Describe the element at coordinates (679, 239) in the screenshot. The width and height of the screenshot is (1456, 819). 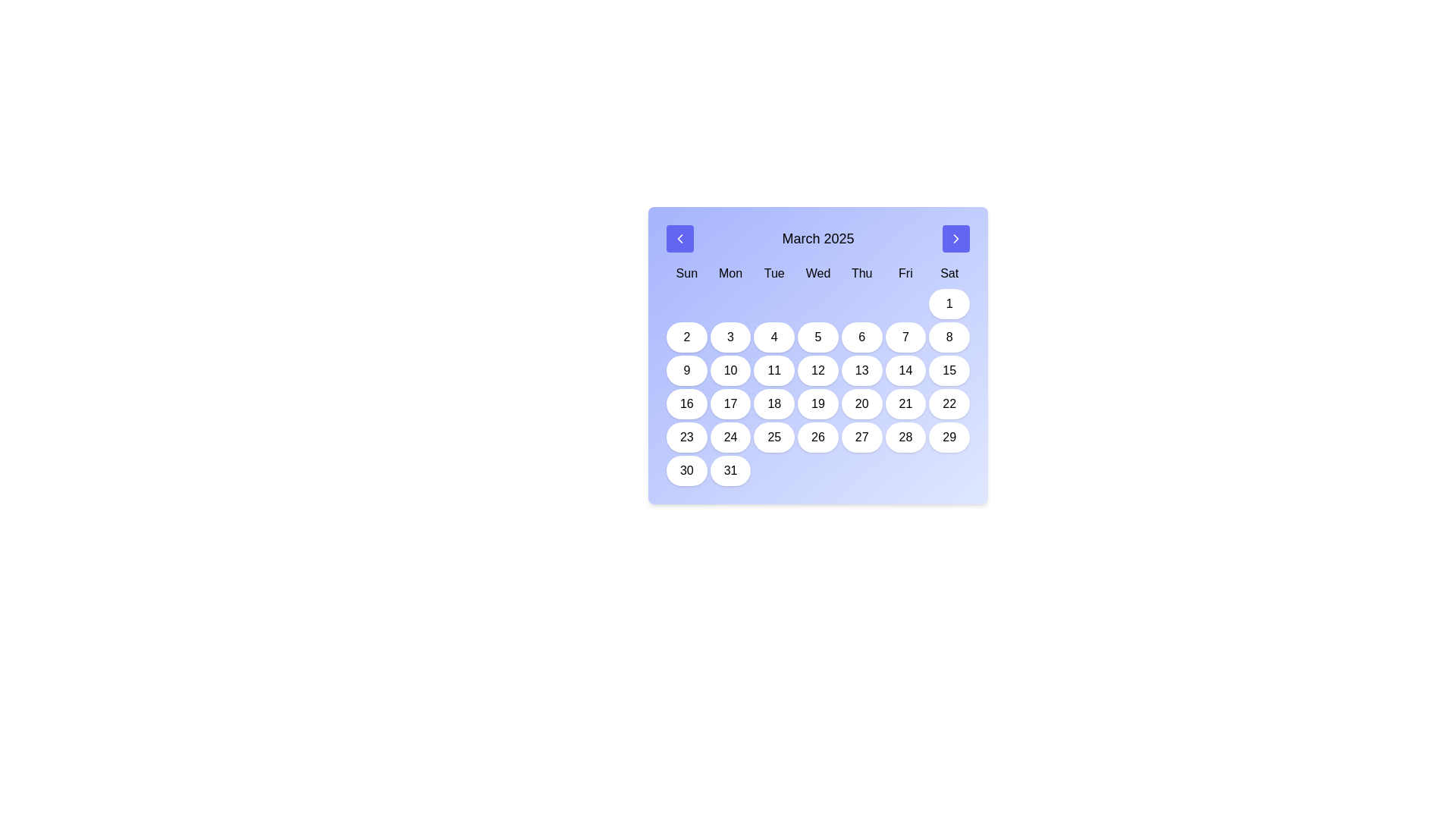
I see `the button located on the left side of the header section of the calendar interface` at that location.